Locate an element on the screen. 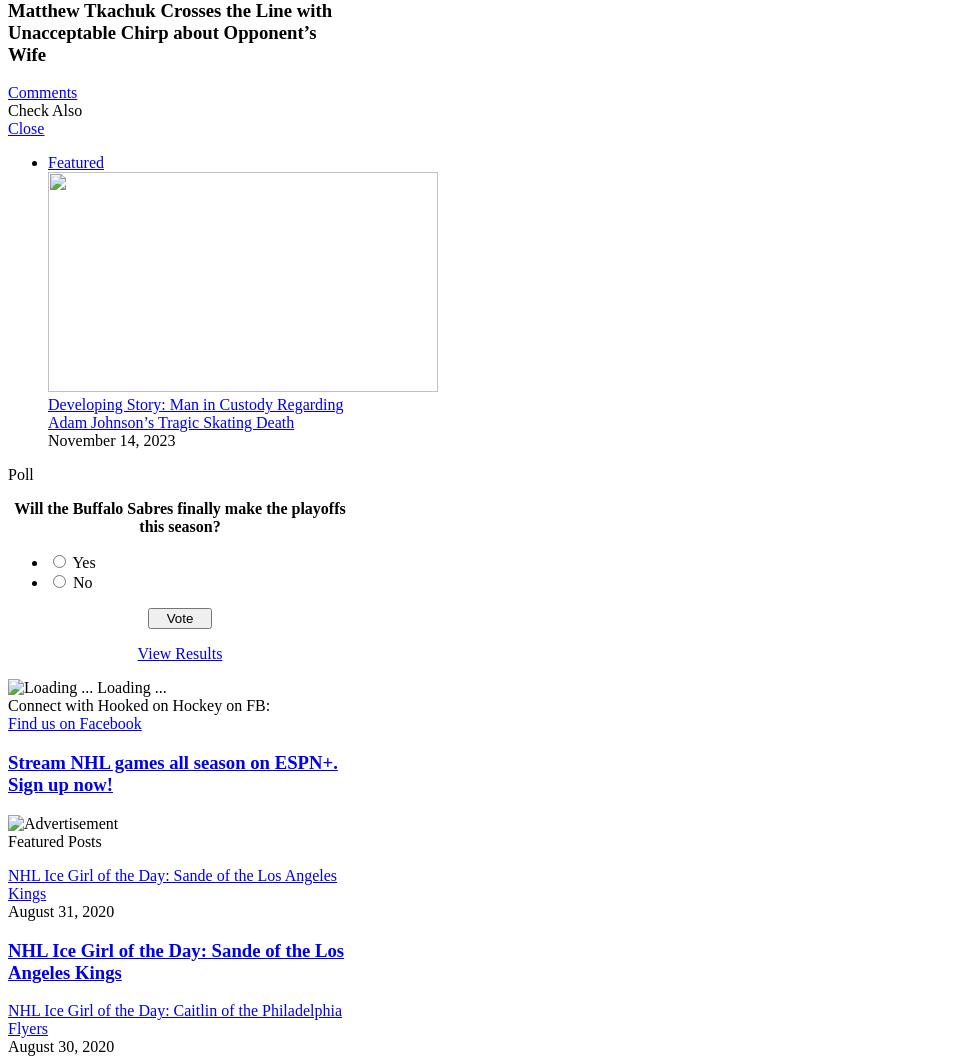 This screenshot has width=978, height=1056. 'Developing Story: Man in Custody Regarding Adam Johnson’s Tragic Skating Death' is located at coordinates (195, 413).